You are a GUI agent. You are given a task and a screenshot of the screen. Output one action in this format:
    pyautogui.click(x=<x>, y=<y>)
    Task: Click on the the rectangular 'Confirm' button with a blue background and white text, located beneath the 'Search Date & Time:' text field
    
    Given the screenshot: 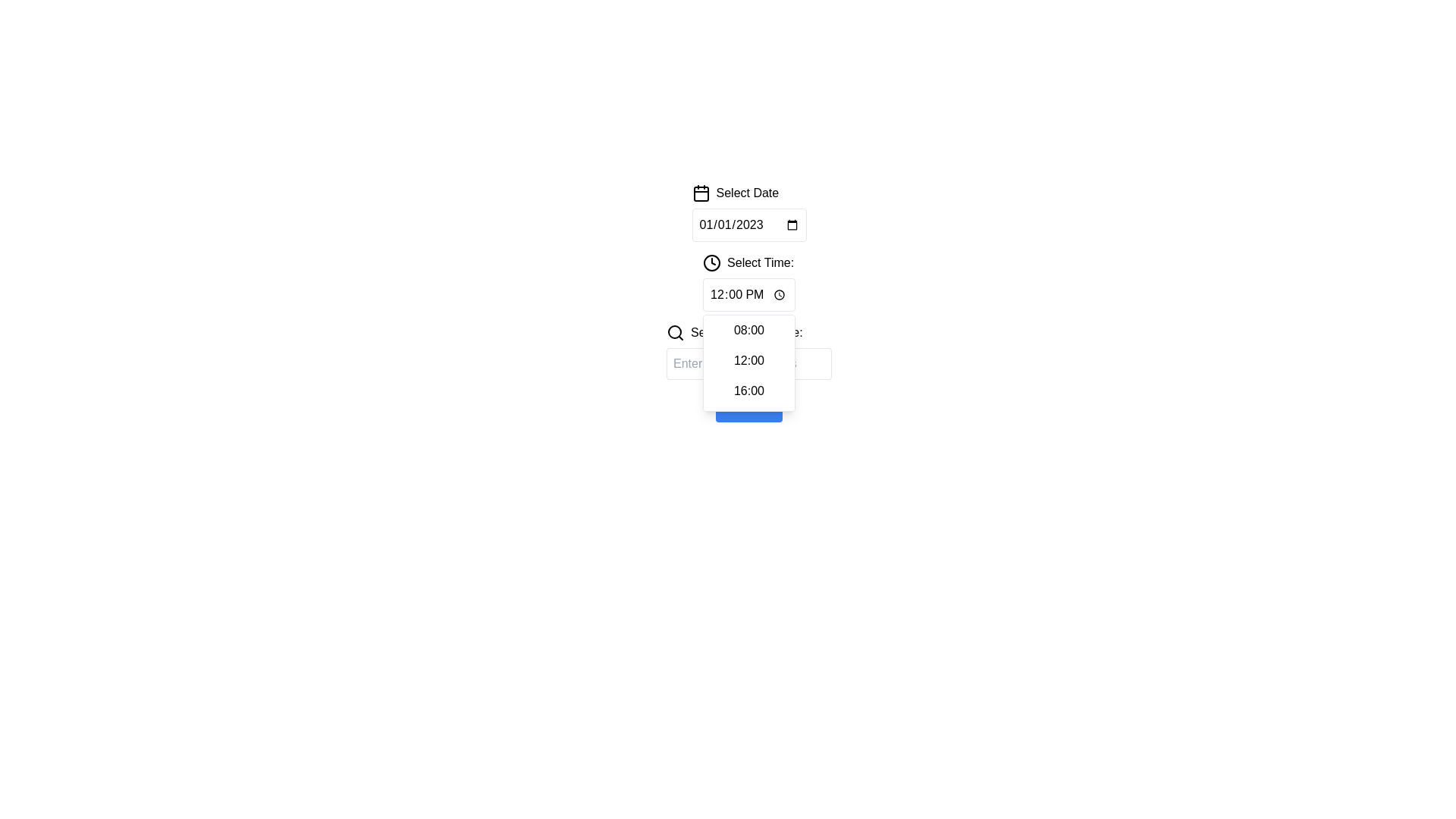 What is the action you would take?
    pyautogui.click(x=749, y=406)
    